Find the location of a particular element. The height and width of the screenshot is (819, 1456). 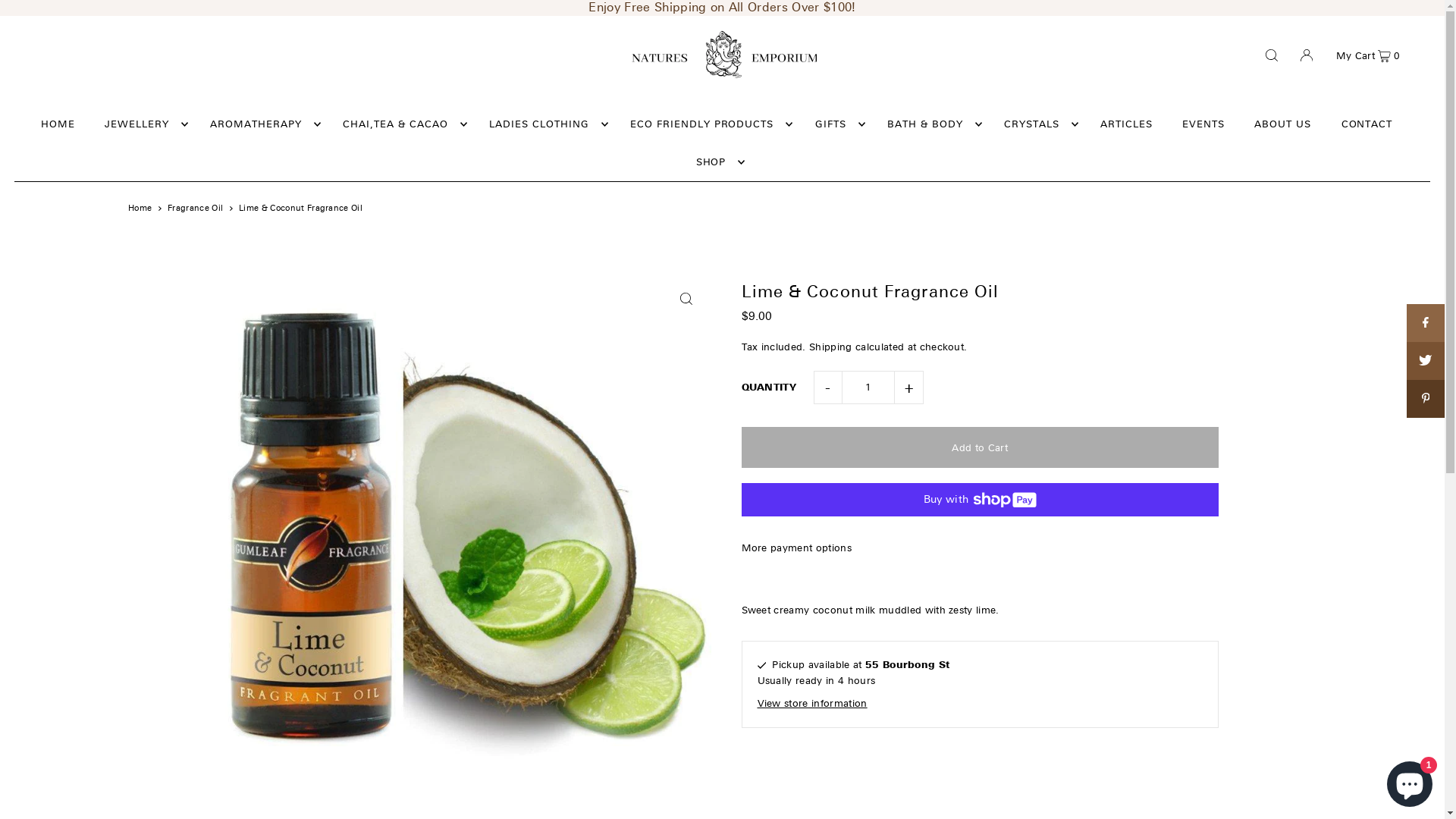

'Shipping' is located at coordinates (830, 347).